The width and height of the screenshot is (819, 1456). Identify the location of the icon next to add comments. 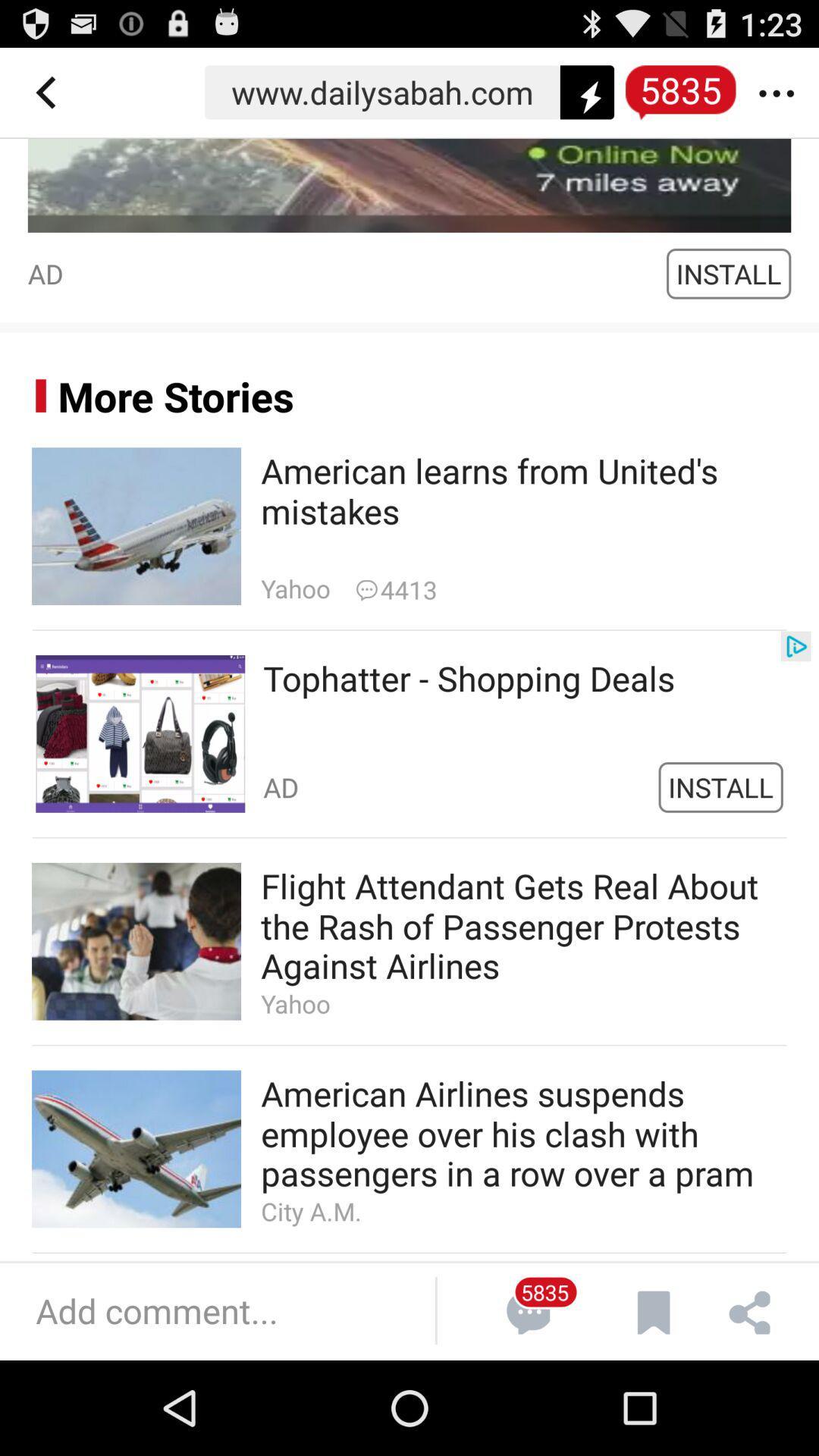
(526, 1310).